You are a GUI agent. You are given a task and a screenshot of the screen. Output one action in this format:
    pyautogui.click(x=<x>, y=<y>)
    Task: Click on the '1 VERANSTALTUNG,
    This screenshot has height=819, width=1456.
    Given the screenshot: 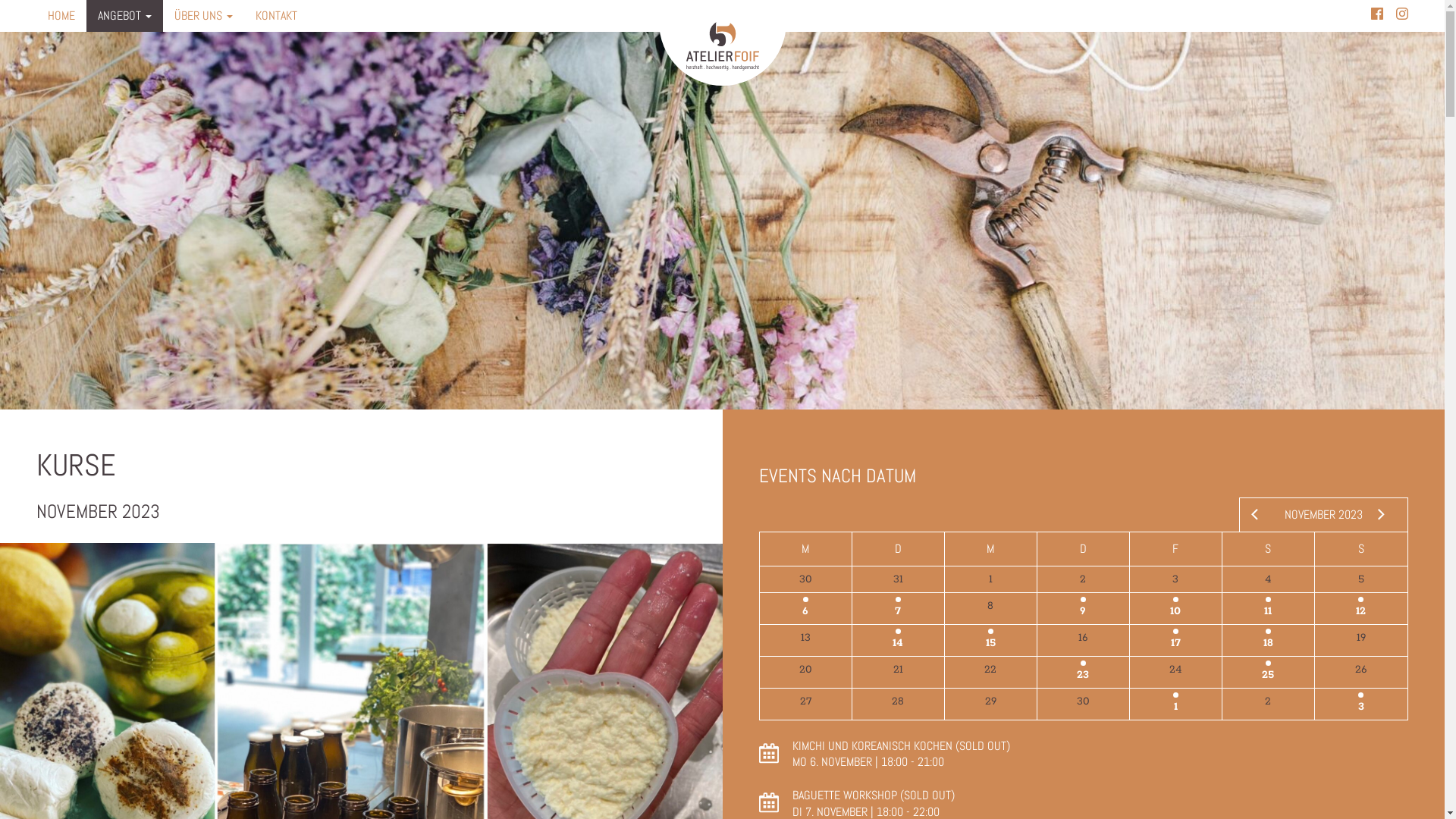 What is the action you would take?
    pyautogui.click(x=1268, y=607)
    